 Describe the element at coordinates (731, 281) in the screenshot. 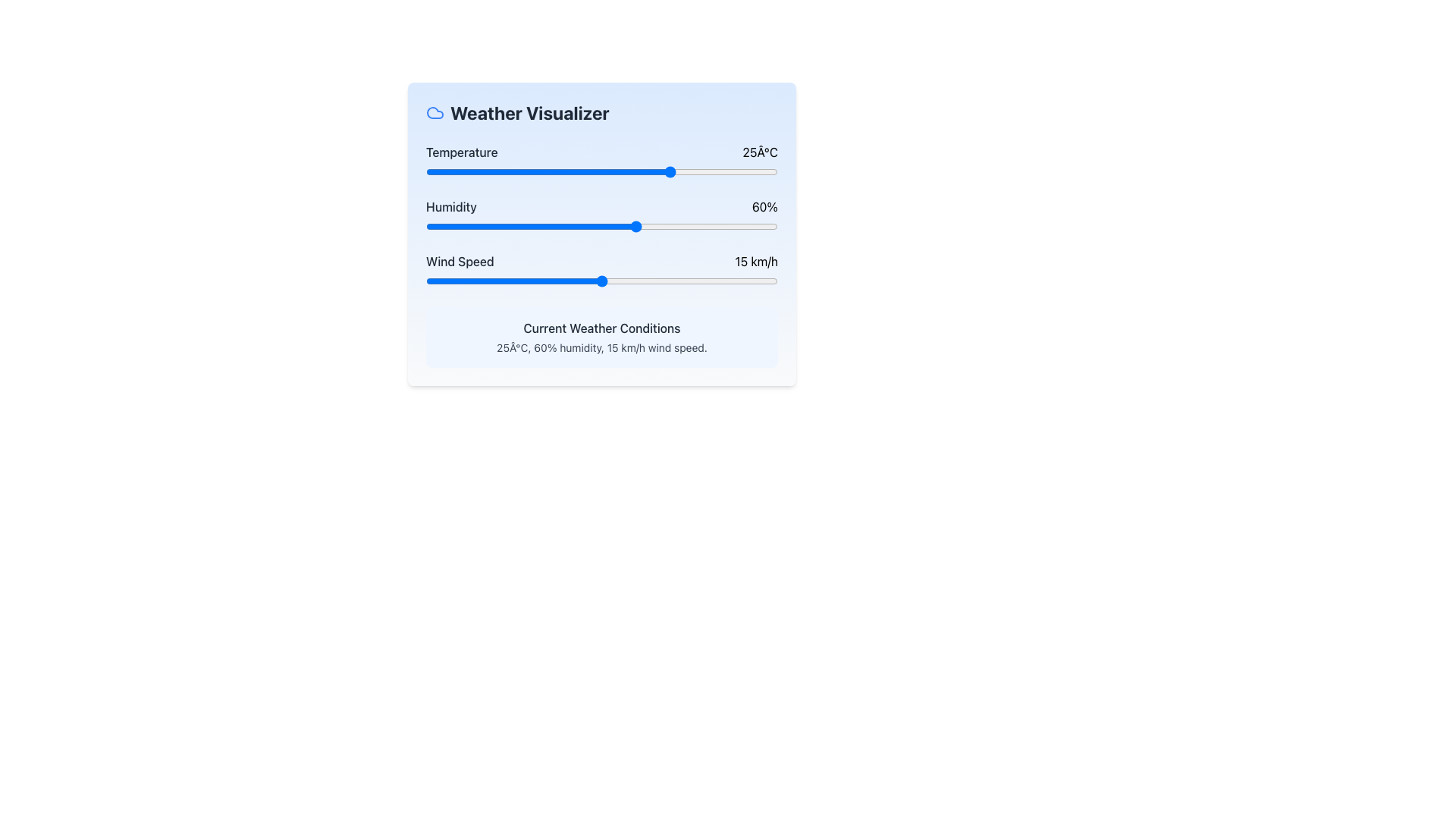

I see `wind speed` at that location.